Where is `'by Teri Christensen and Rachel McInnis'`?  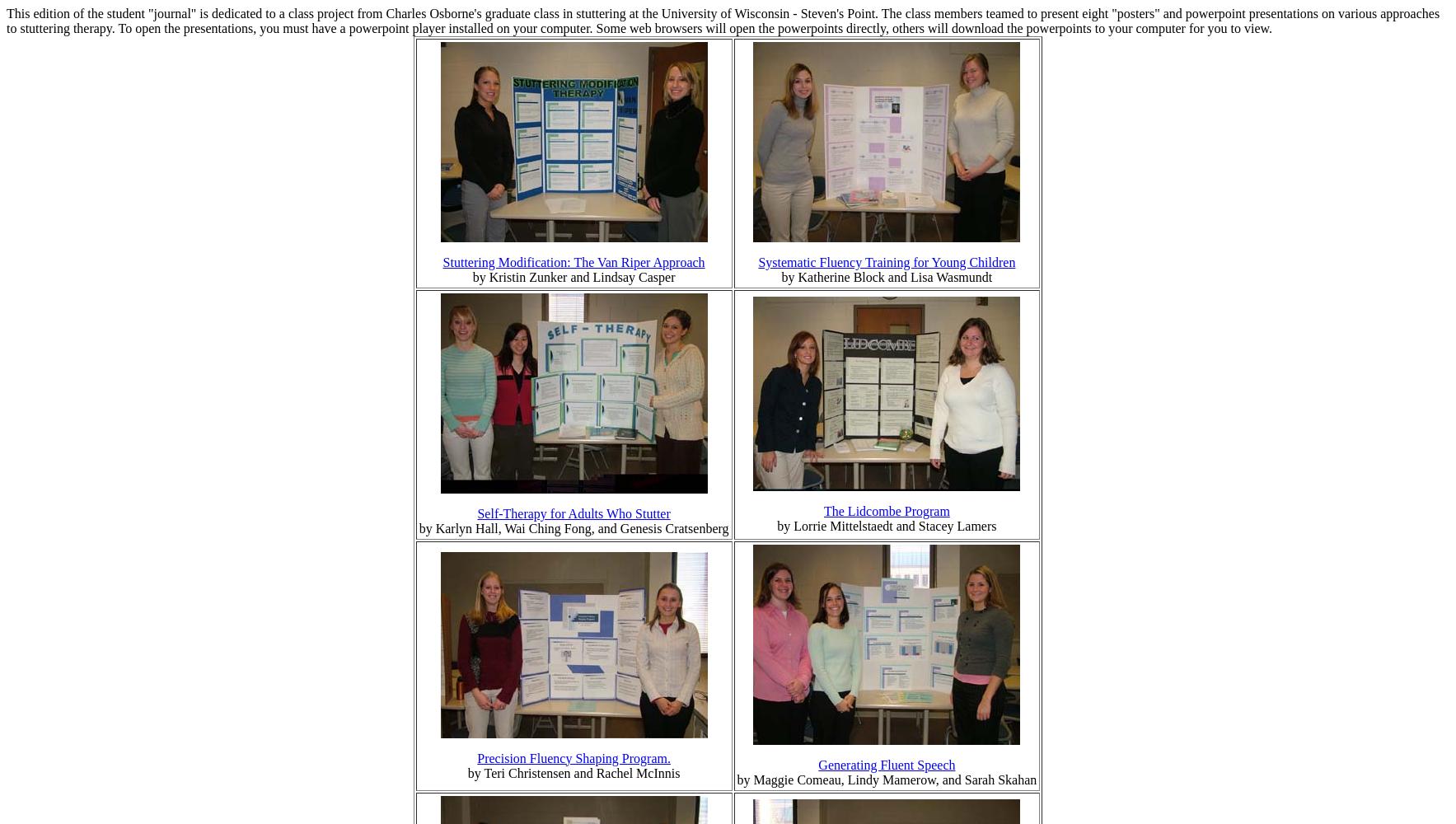 'by Teri Christensen and Rachel McInnis' is located at coordinates (467, 772).